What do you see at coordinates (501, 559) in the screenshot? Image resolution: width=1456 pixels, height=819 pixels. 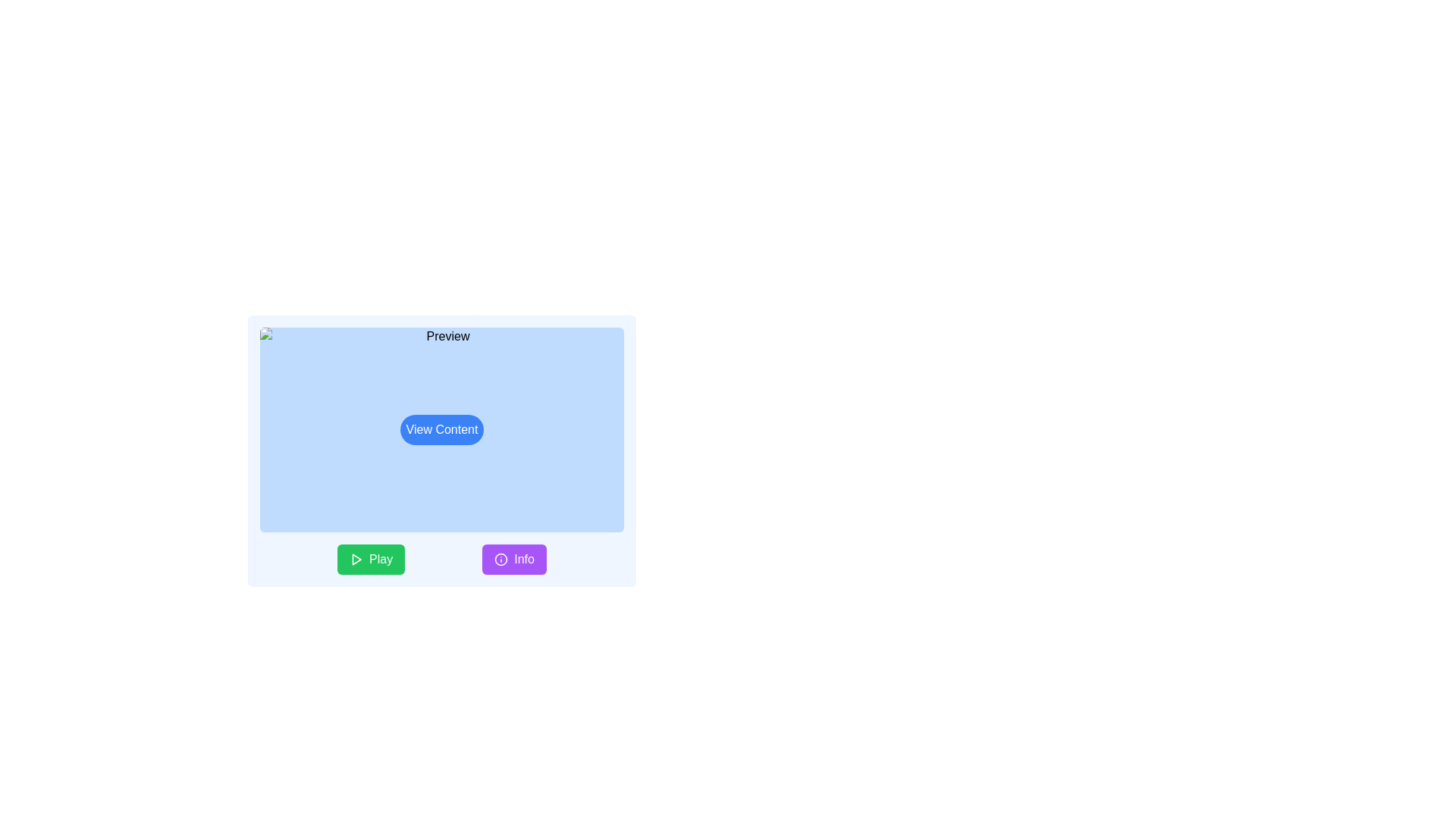 I see `the circular SVG graphic element located on the right side of the purple button labeled 'Info'` at bounding box center [501, 559].